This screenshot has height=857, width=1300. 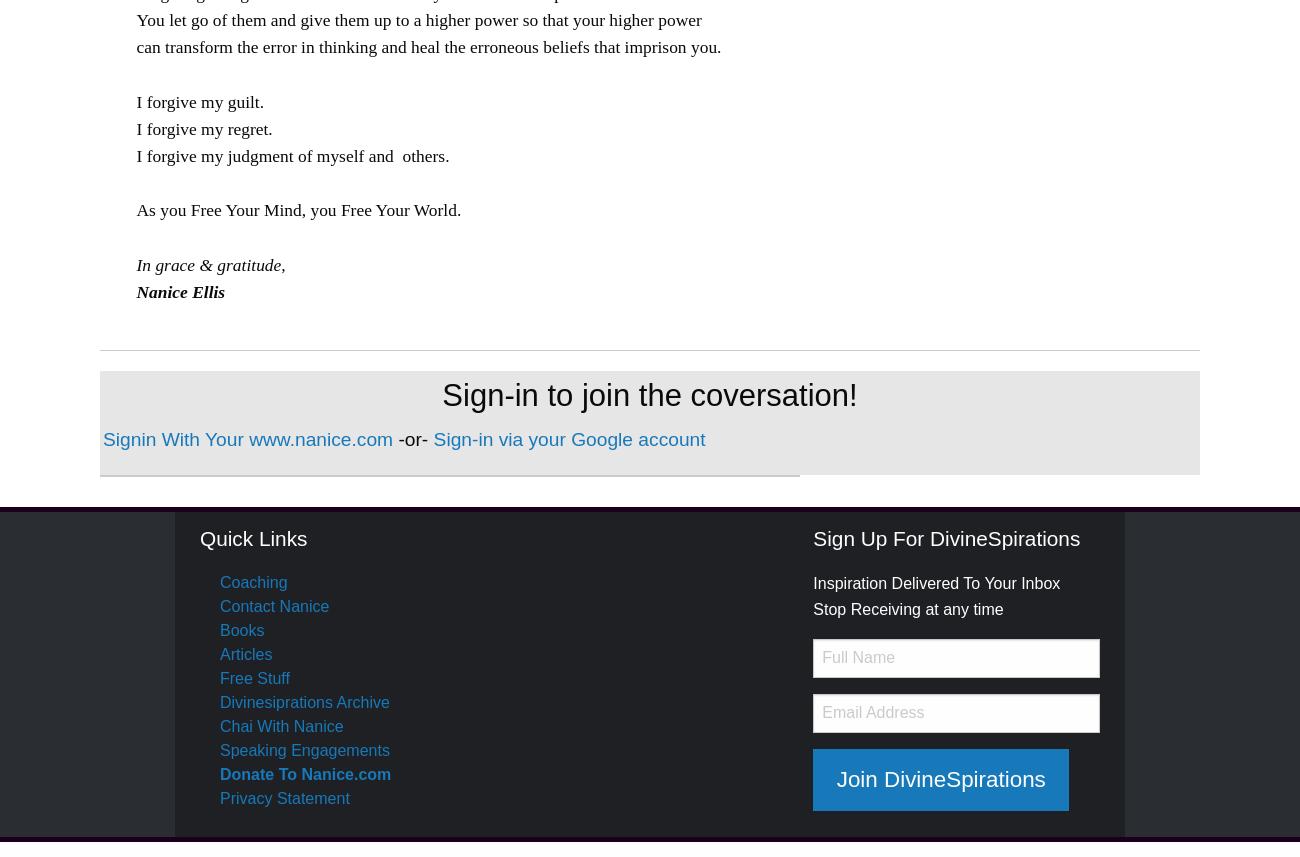 What do you see at coordinates (415, 438) in the screenshot?
I see `'-or-'` at bounding box center [415, 438].